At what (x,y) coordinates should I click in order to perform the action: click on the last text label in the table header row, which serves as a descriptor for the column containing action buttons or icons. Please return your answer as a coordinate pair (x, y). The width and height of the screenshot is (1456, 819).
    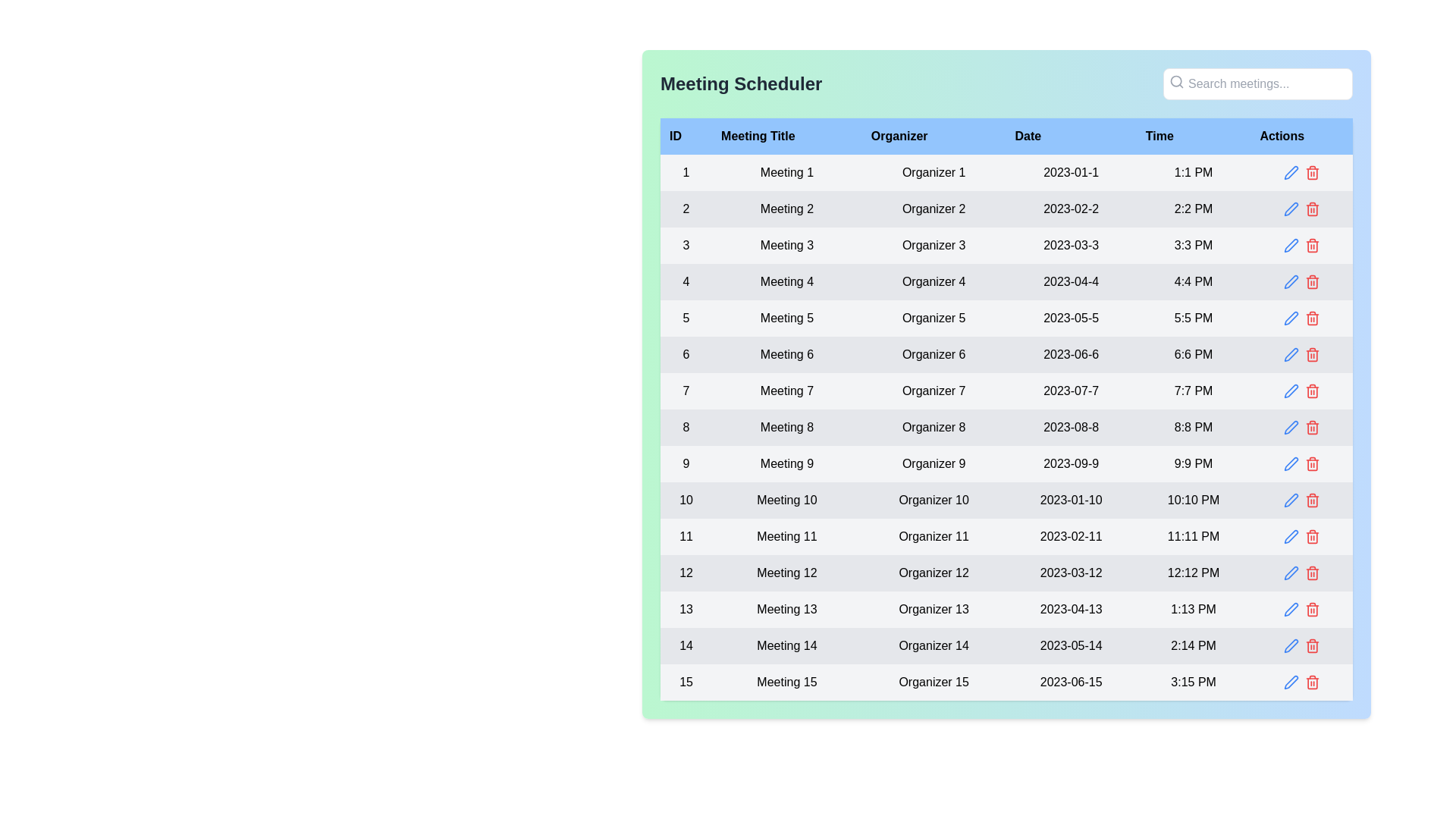
    Looking at the image, I should click on (1301, 136).